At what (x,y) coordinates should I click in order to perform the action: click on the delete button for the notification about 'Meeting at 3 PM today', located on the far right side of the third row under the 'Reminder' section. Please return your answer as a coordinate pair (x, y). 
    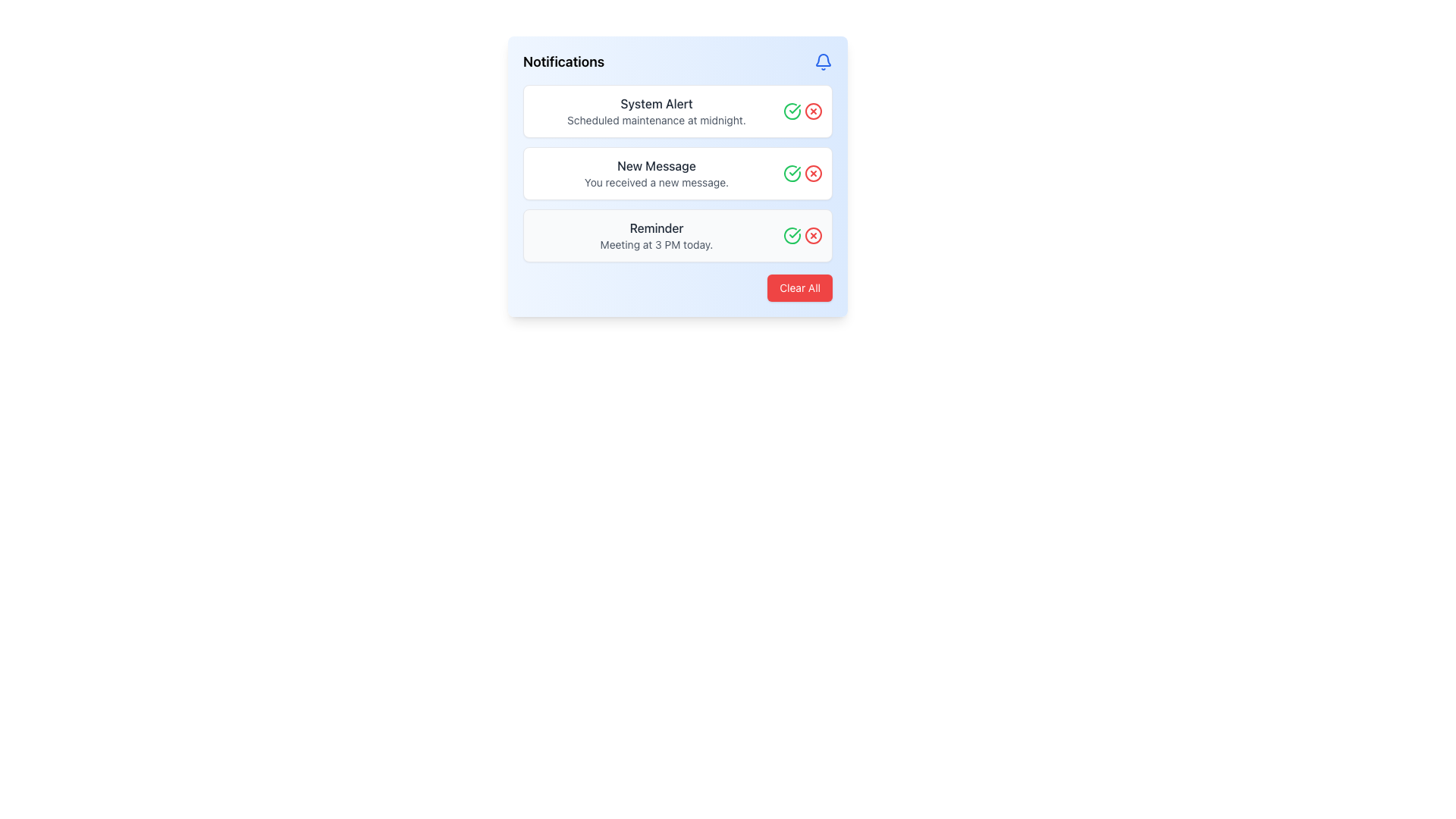
    Looking at the image, I should click on (813, 236).